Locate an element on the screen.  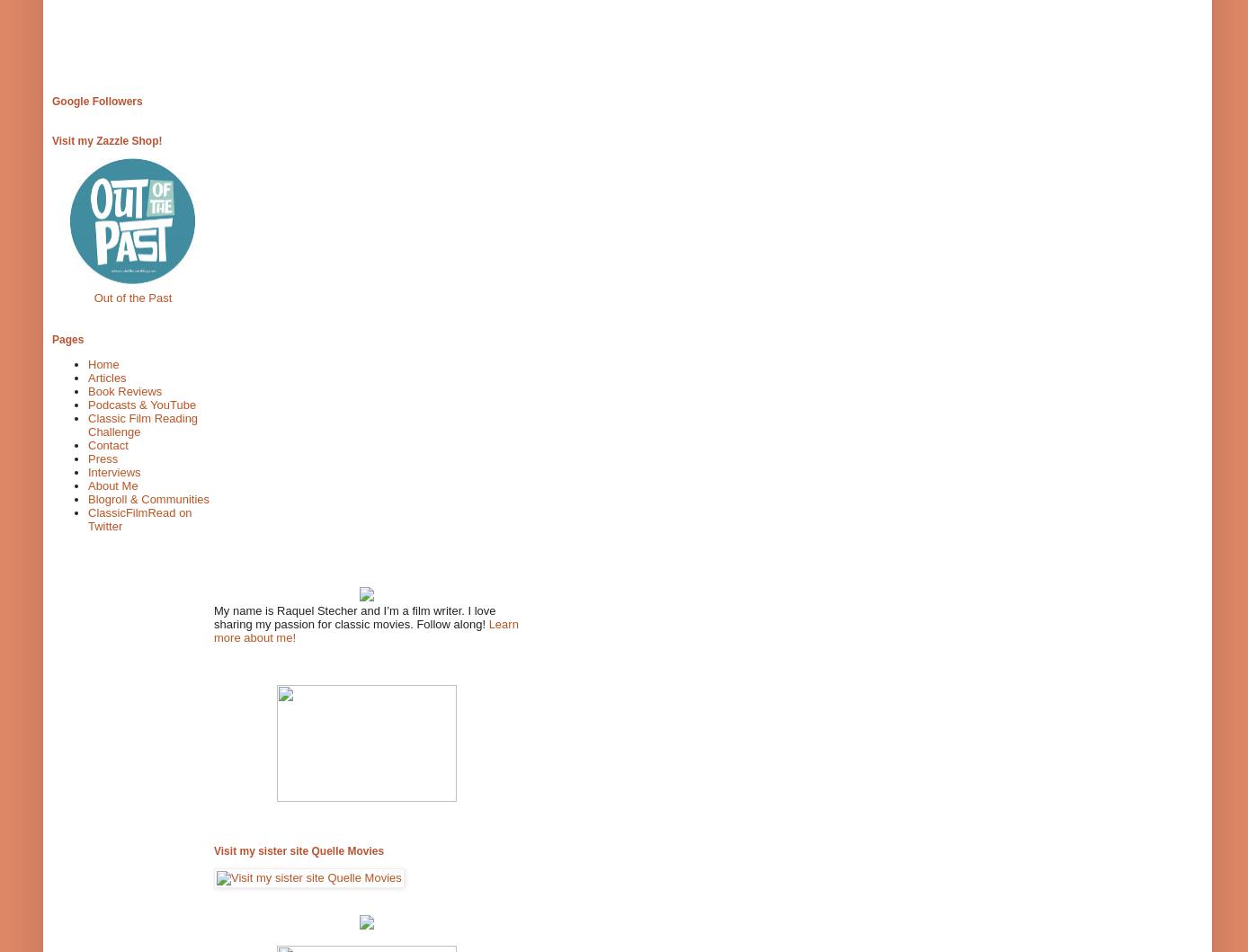
'Press' is located at coordinates (102, 458).